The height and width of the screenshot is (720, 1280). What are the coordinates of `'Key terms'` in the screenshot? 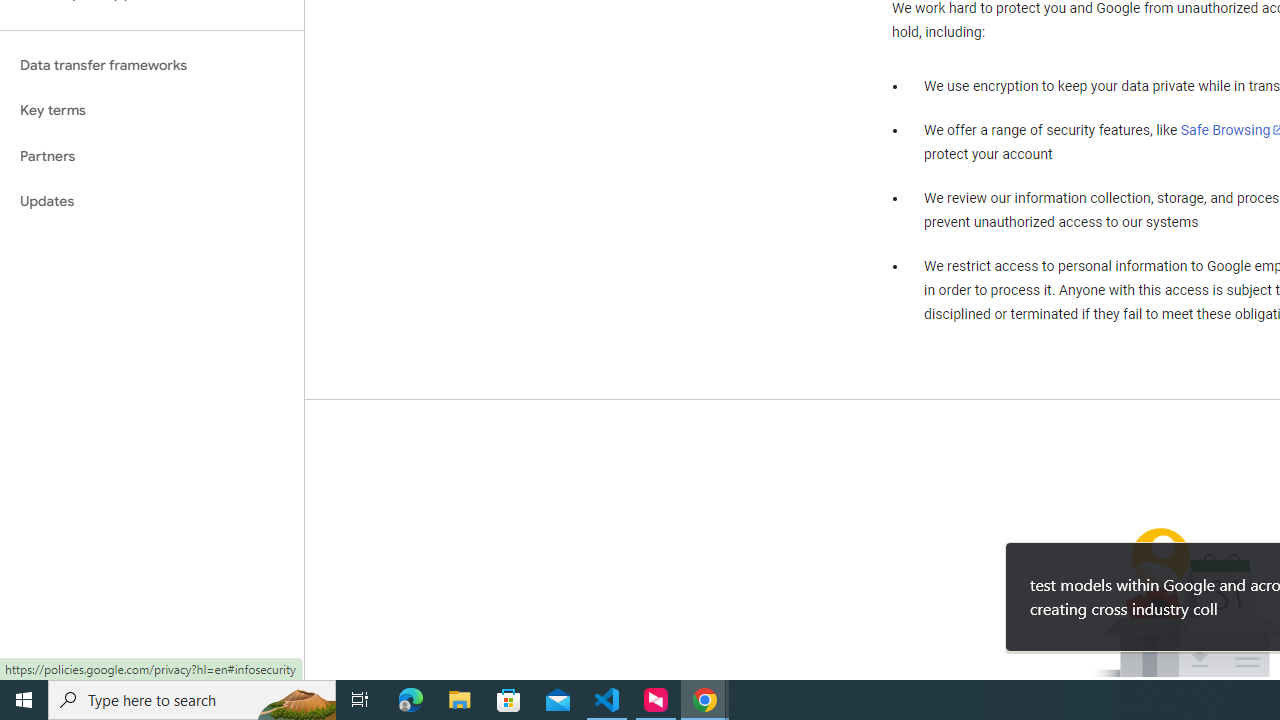 It's located at (151, 110).